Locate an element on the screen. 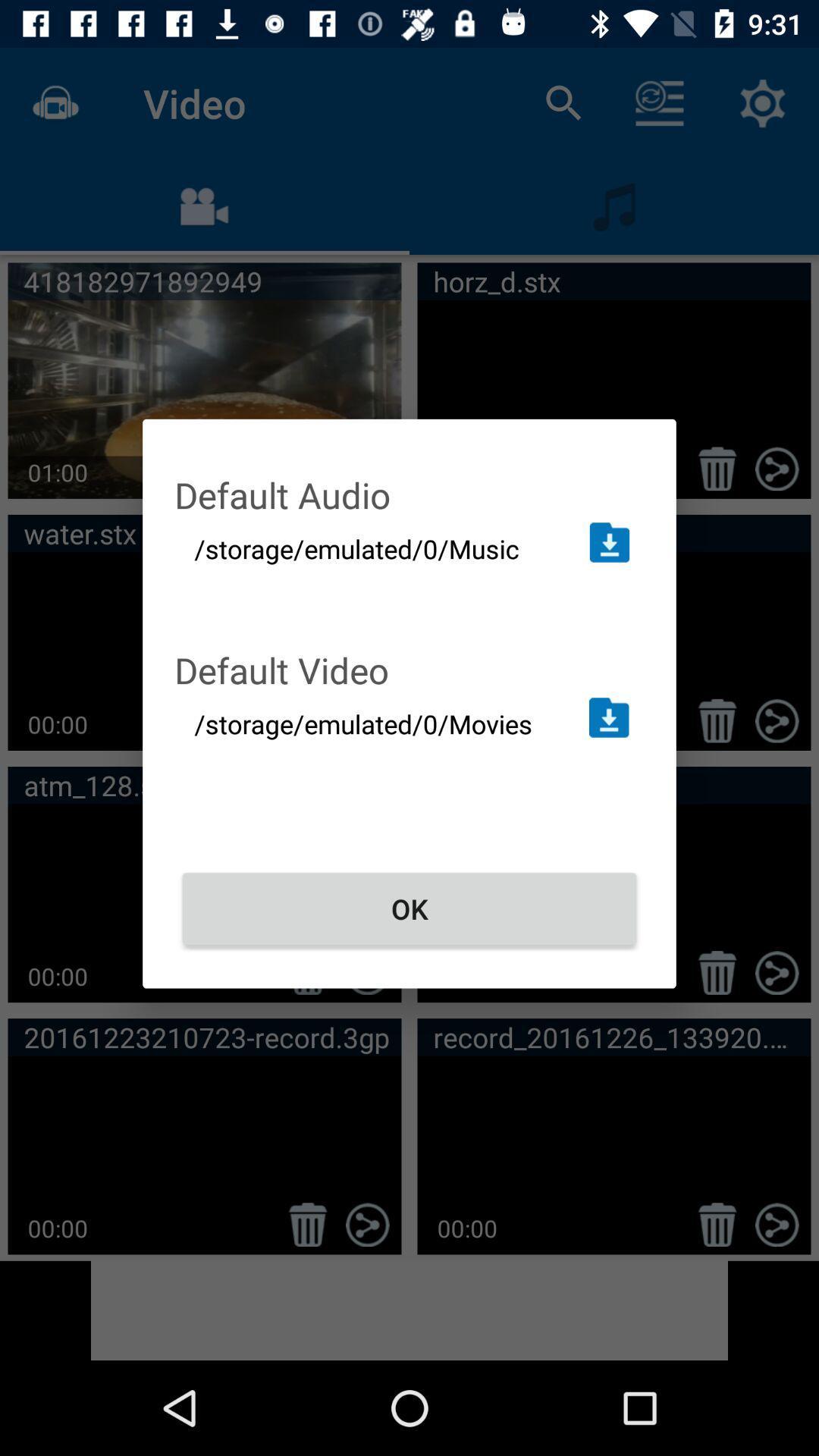  download in device is located at coordinates (608, 542).